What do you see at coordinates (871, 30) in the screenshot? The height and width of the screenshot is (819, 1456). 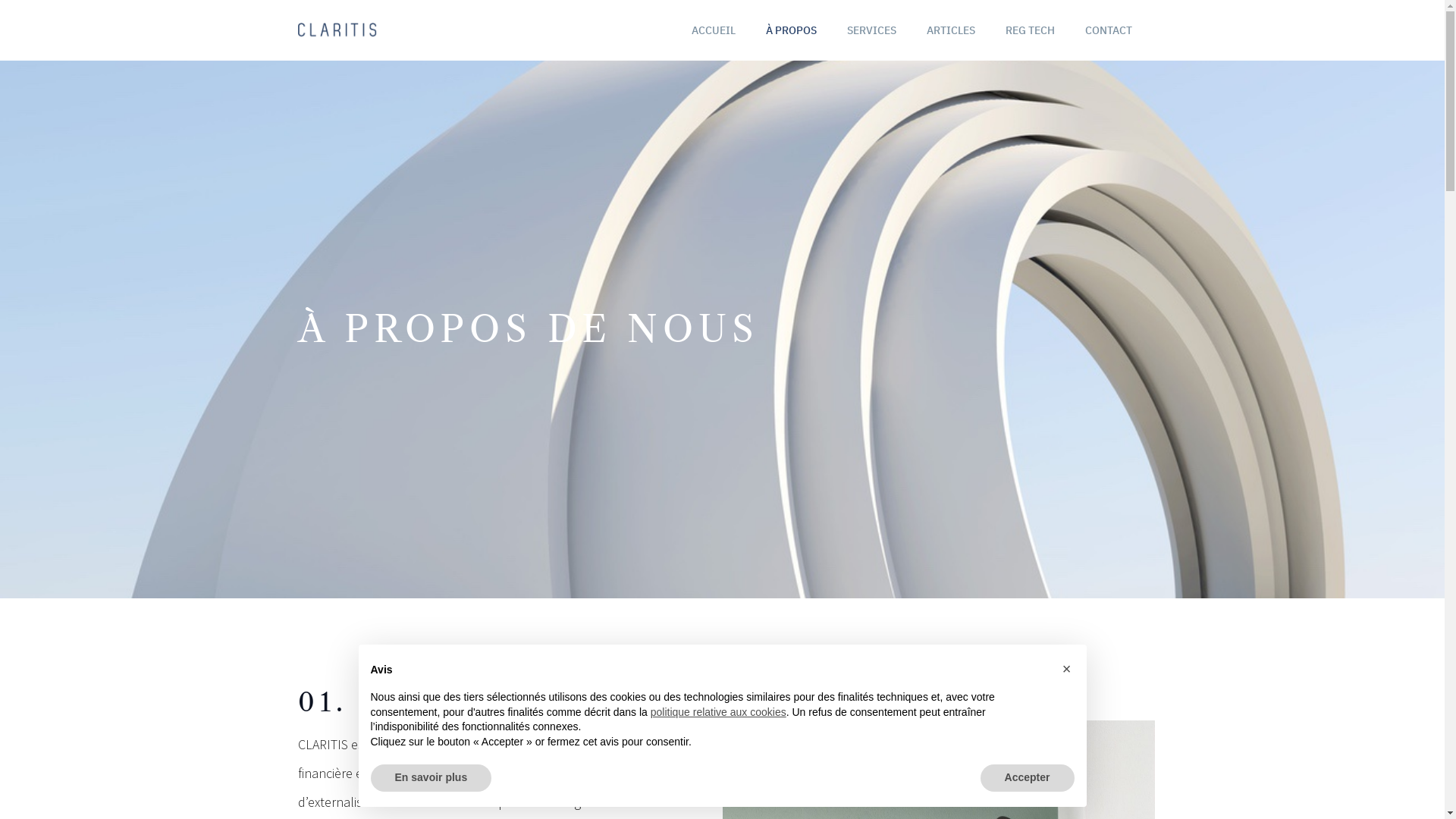 I see `'SERVICES'` at bounding box center [871, 30].